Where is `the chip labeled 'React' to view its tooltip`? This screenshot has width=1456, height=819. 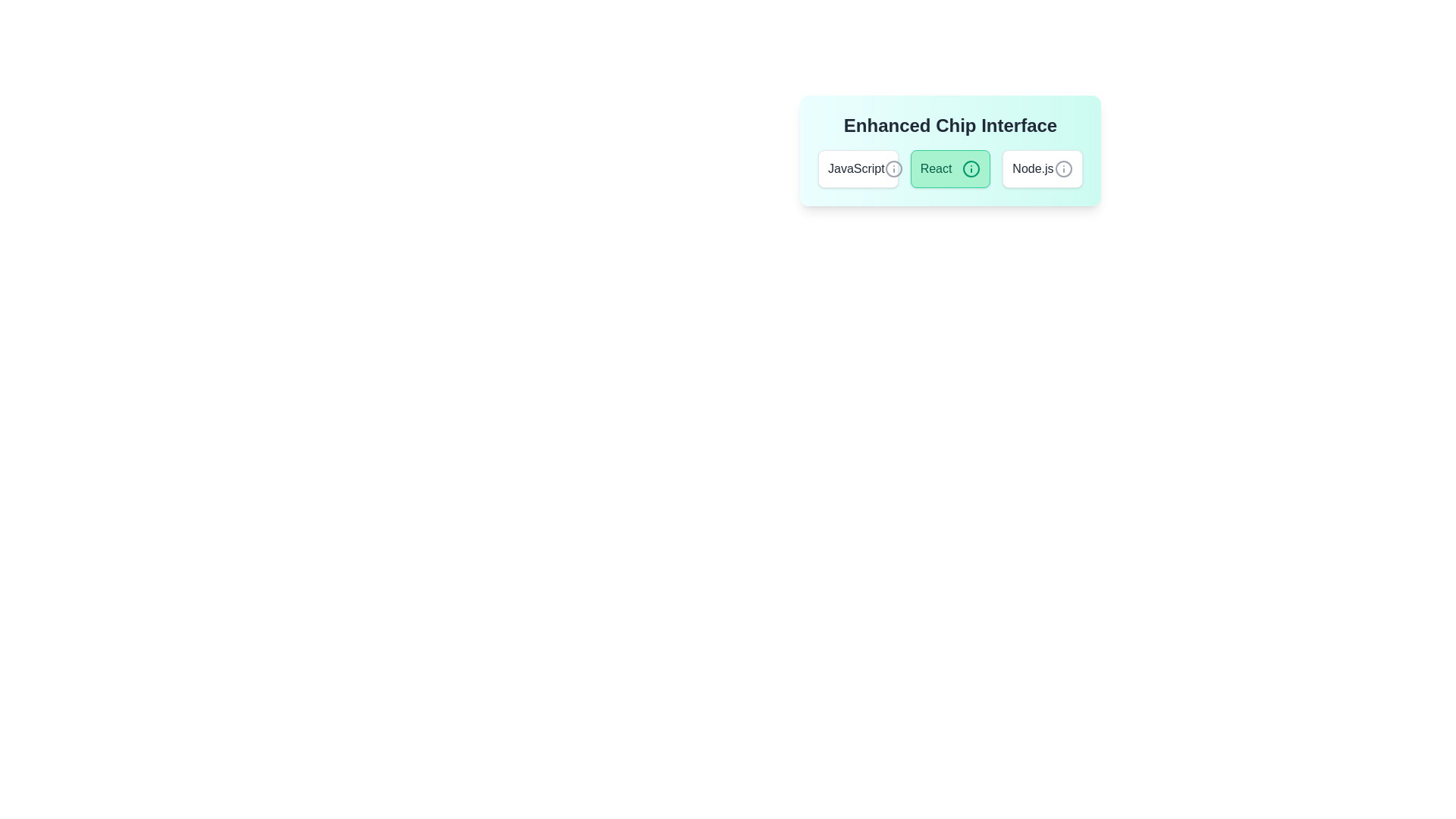
the chip labeled 'React' to view its tooltip is located at coordinates (949, 169).